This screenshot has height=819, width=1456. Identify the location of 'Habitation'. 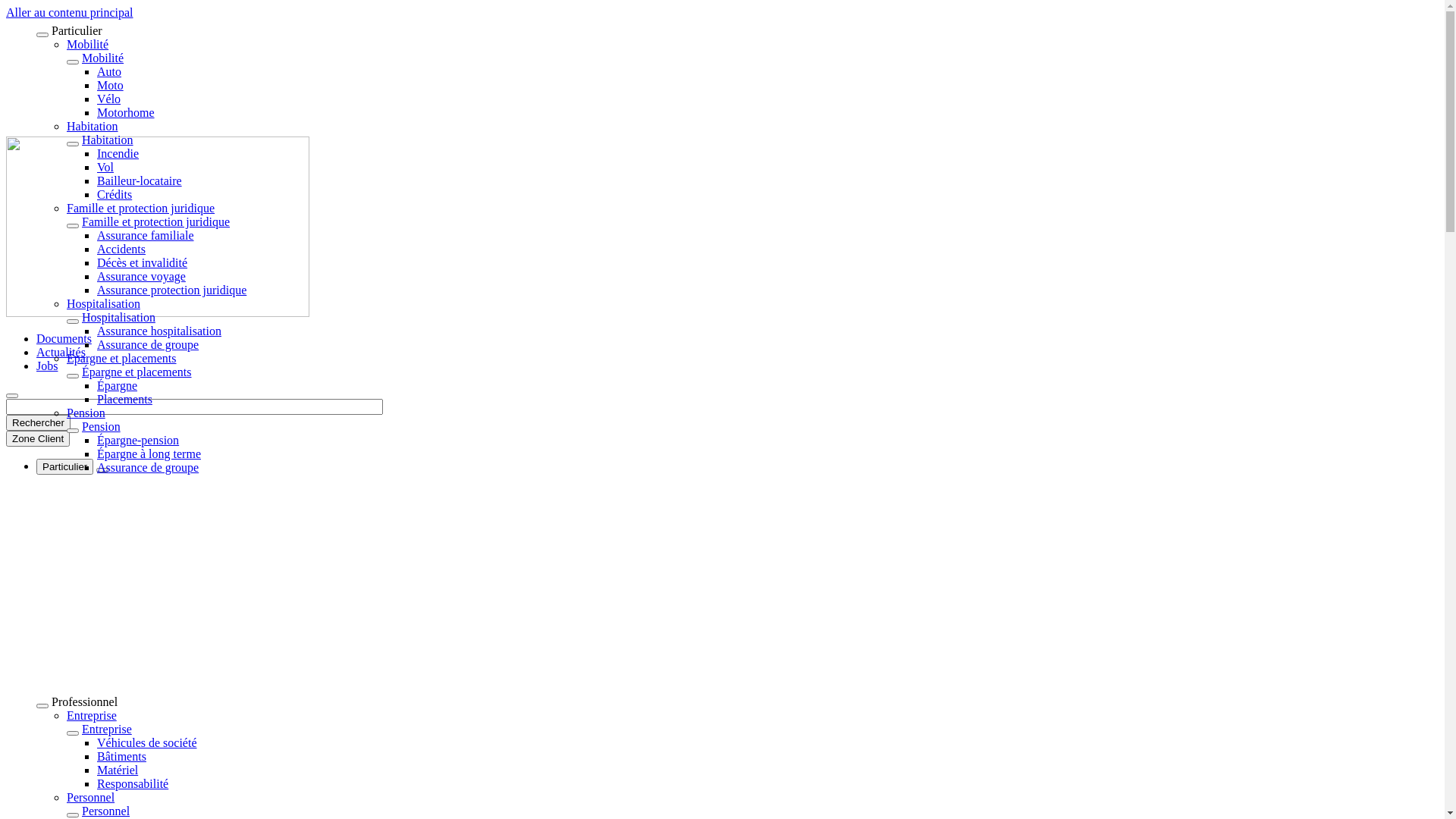
(107, 140).